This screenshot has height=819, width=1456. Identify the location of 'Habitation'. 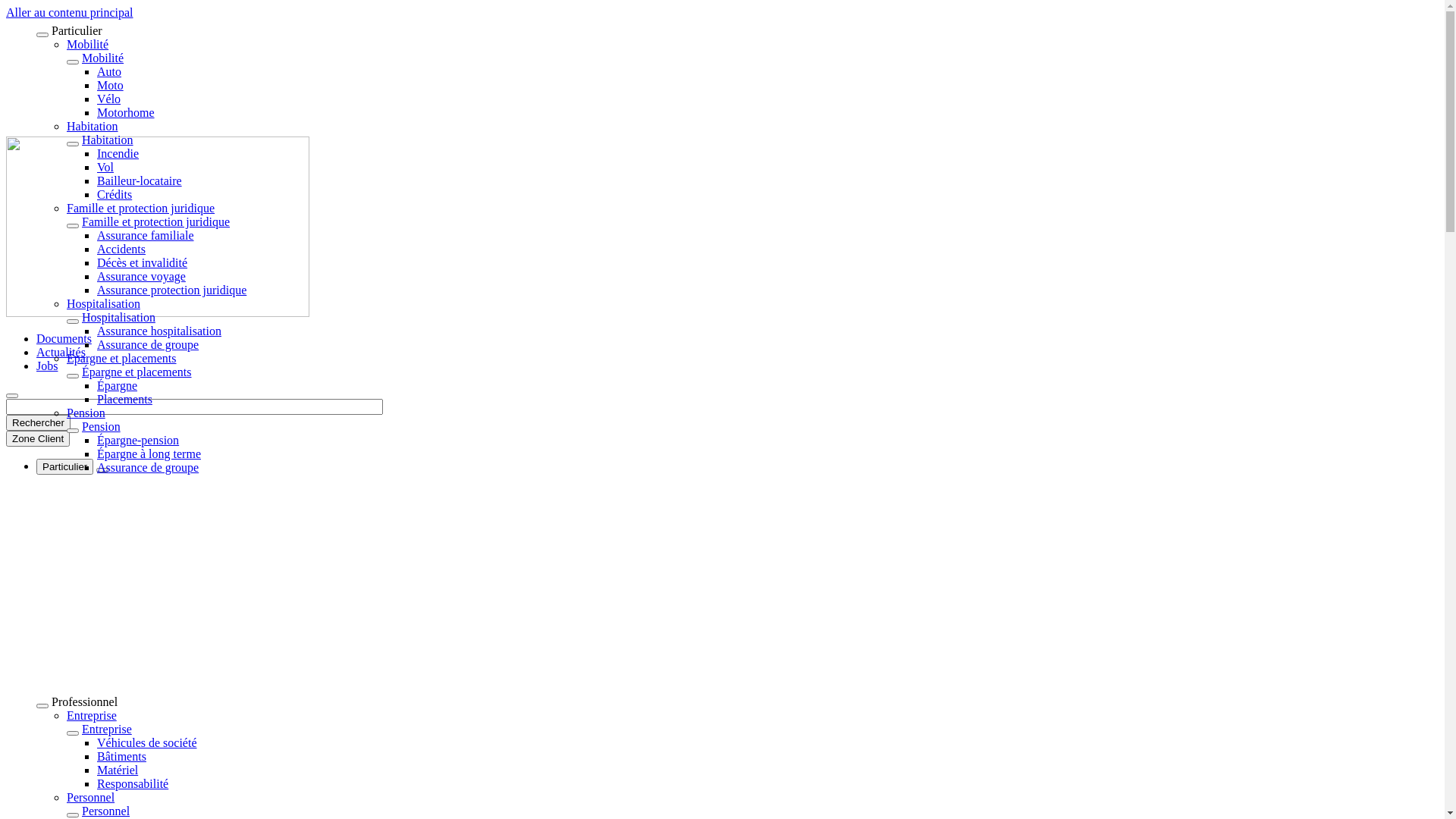
(107, 140).